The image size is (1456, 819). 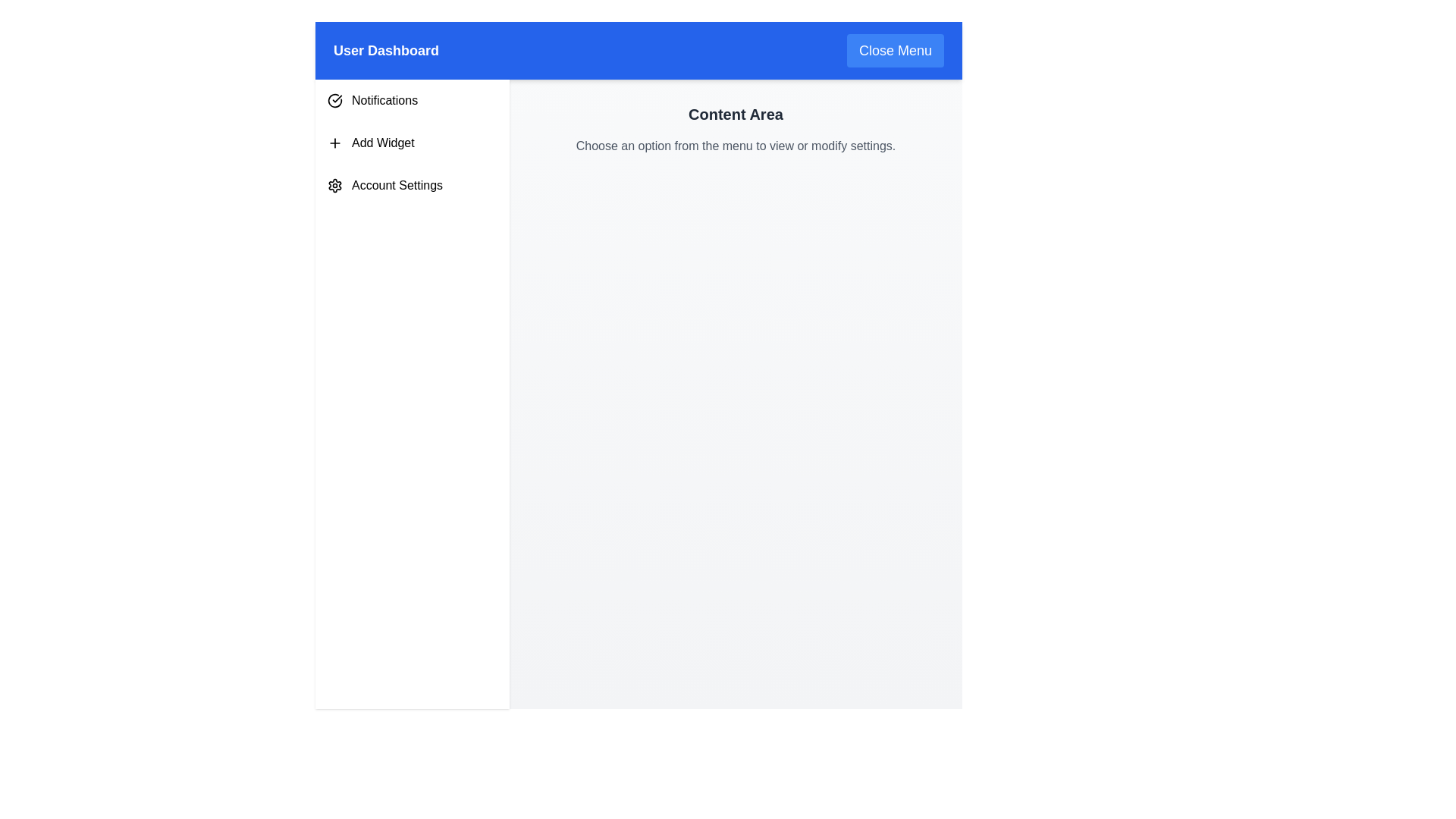 What do you see at coordinates (736, 113) in the screenshot?
I see `the static text element displaying 'Content Area' in a bold, large font at the top right of the main content area` at bounding box center [736, 113].